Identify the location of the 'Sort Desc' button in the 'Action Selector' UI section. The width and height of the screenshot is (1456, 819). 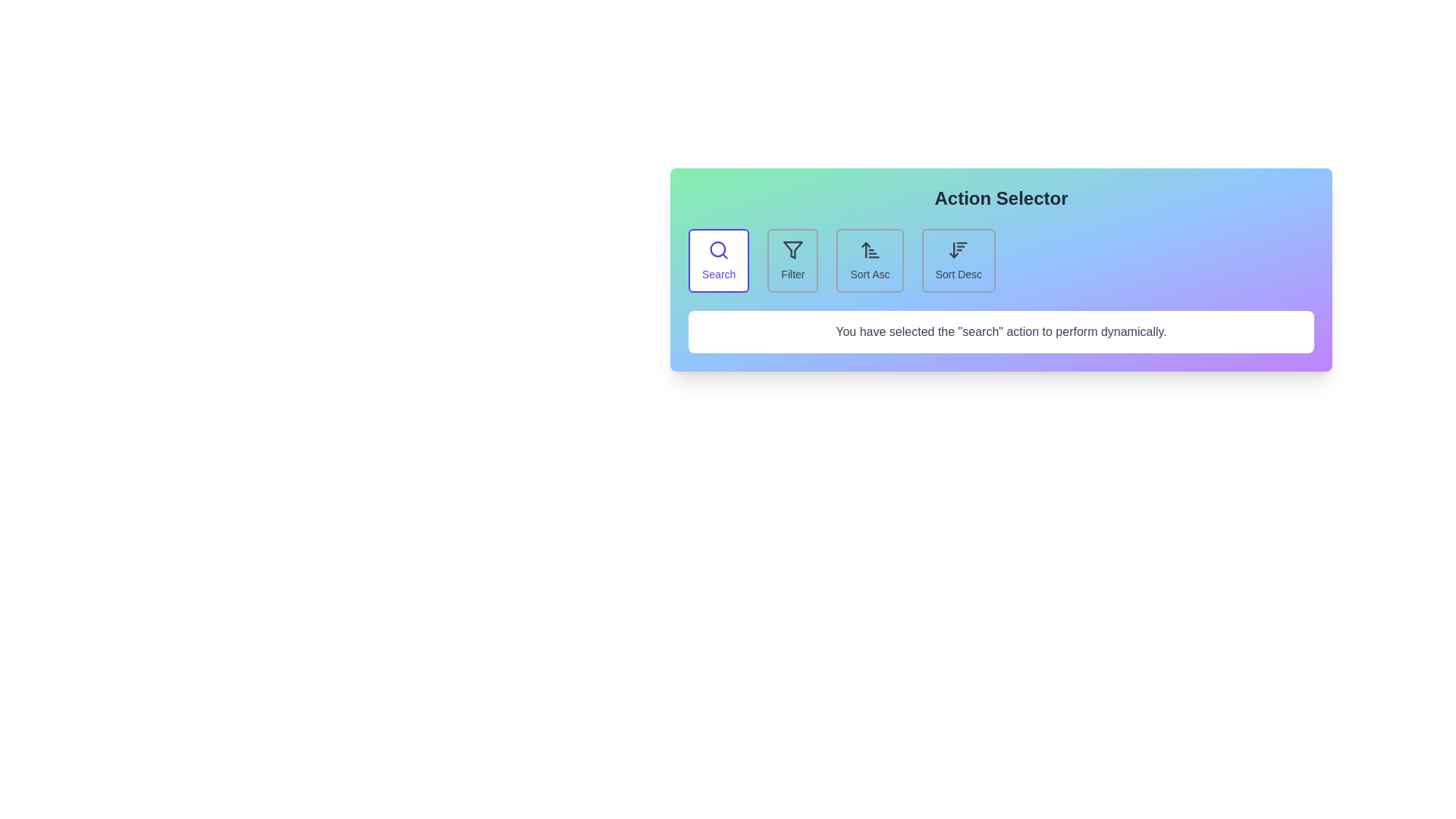
(958, 259).